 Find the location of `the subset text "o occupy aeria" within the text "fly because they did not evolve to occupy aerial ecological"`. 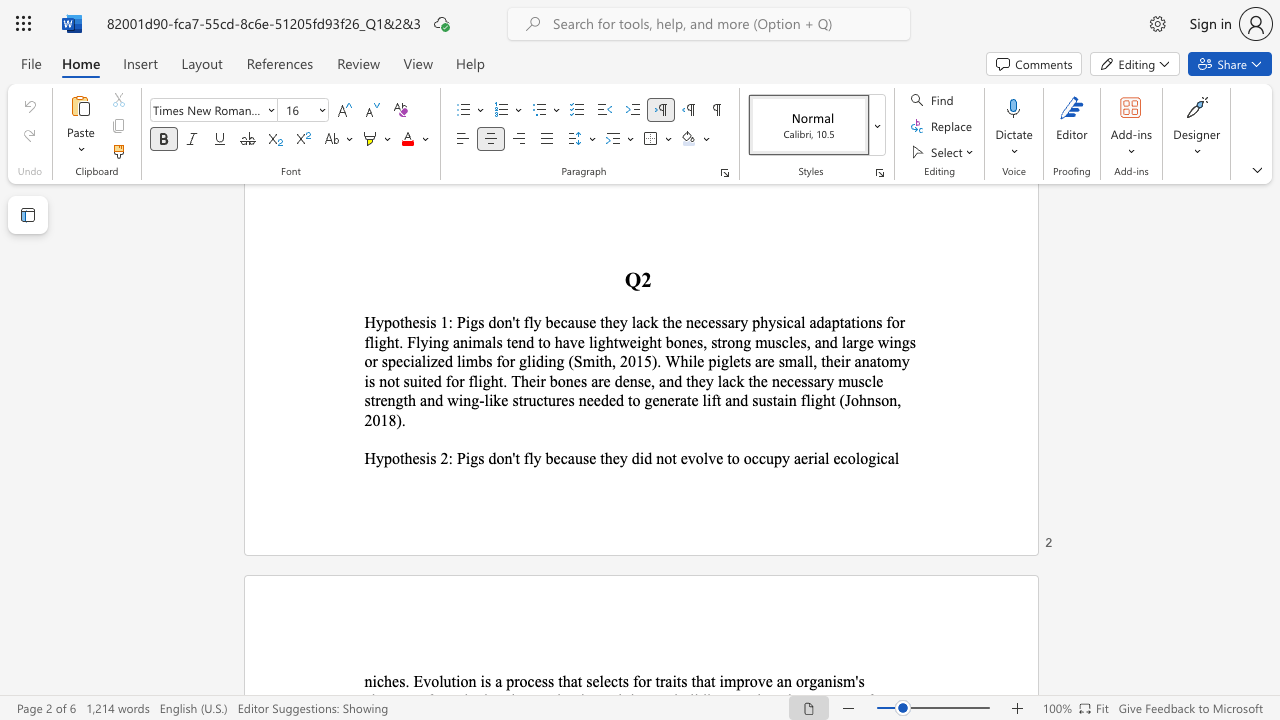

the subset text "o occupy aeria" within the text "fly because they did not evolve to occupy aerial ecological" is located at coordinates (730, 458).